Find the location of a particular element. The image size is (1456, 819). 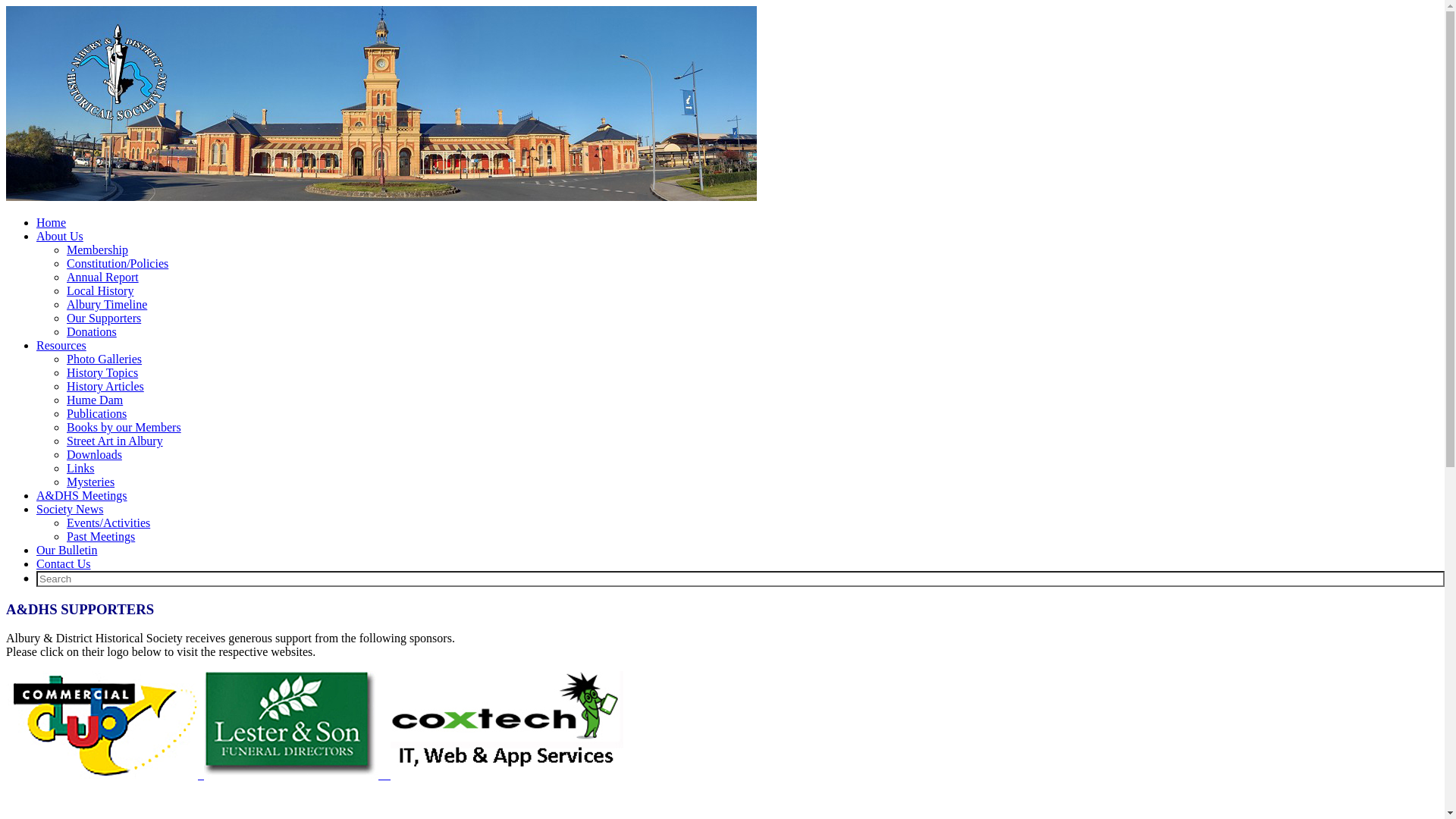

'Constitution/Policies' is located at coordinates (116, 262).